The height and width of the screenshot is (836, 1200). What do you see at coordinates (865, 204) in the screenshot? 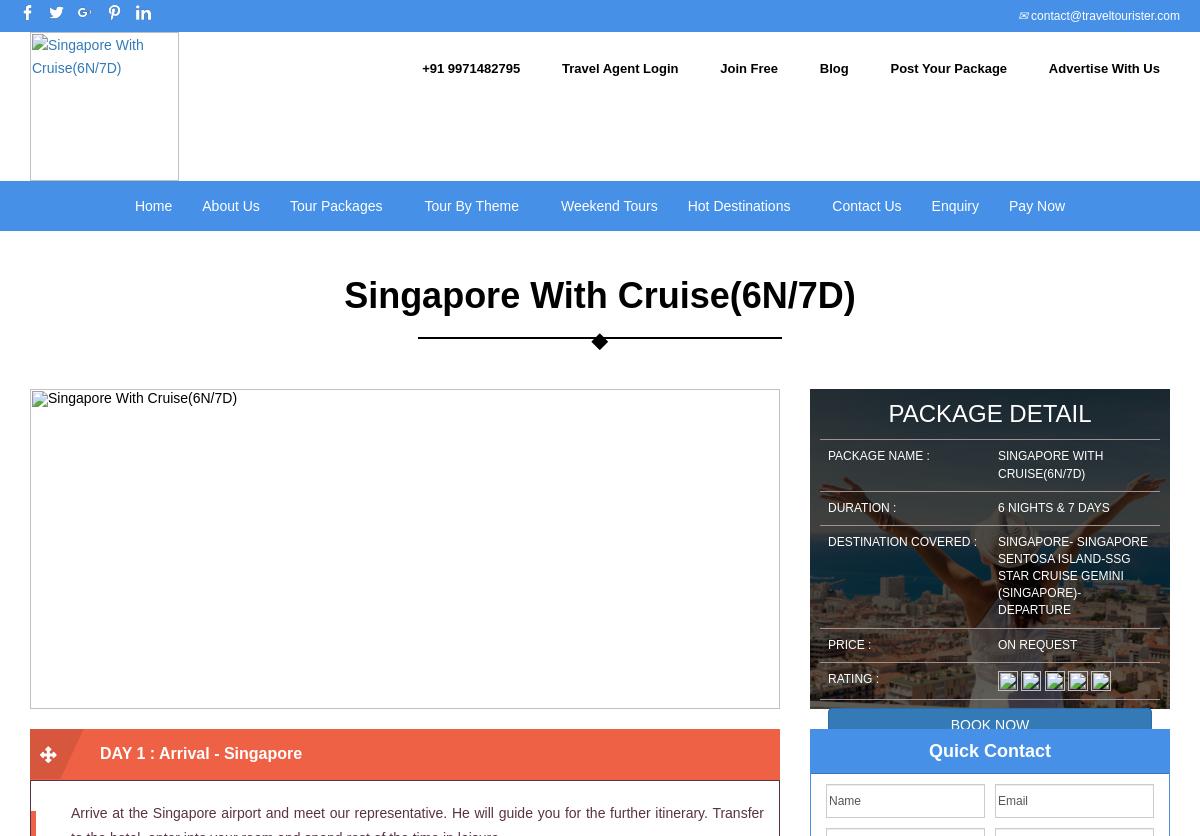
I see `'Contact Us'` at bounding box center [865, 204].